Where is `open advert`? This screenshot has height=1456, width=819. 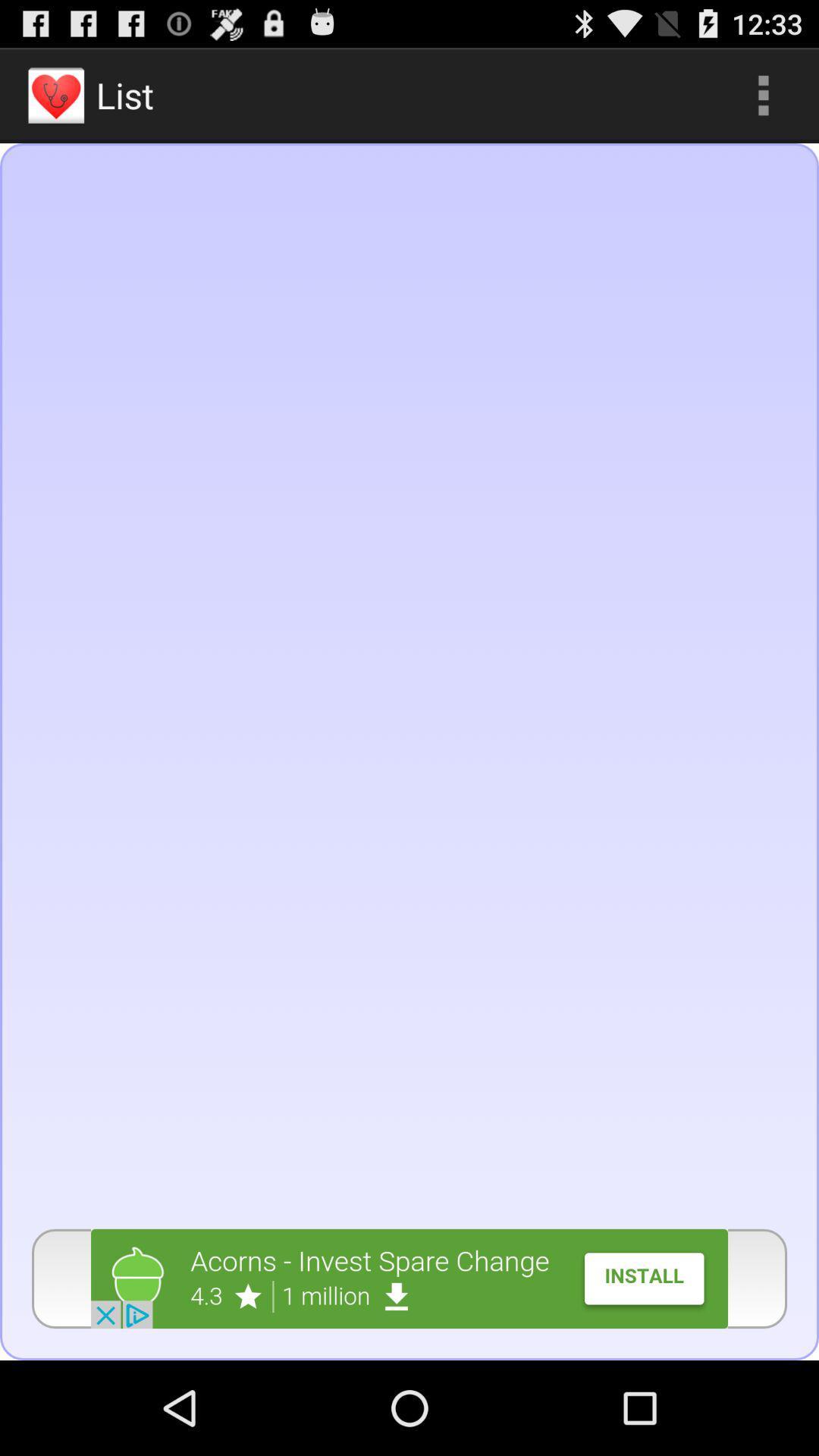
open advert is located at coordinates (409, 1278).